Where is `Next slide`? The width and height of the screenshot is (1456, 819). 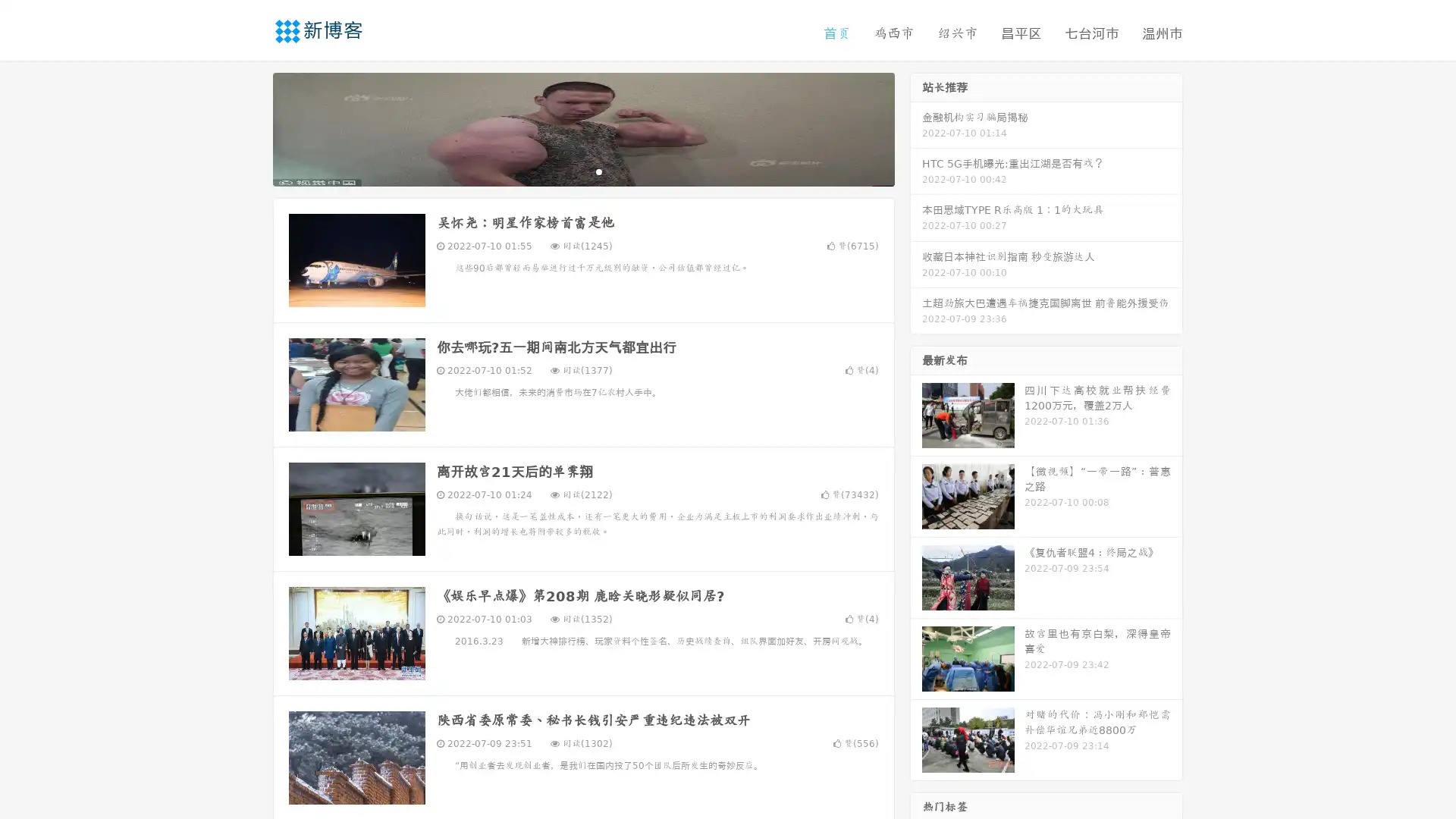 Next slide is located at coordinates (916, 127).